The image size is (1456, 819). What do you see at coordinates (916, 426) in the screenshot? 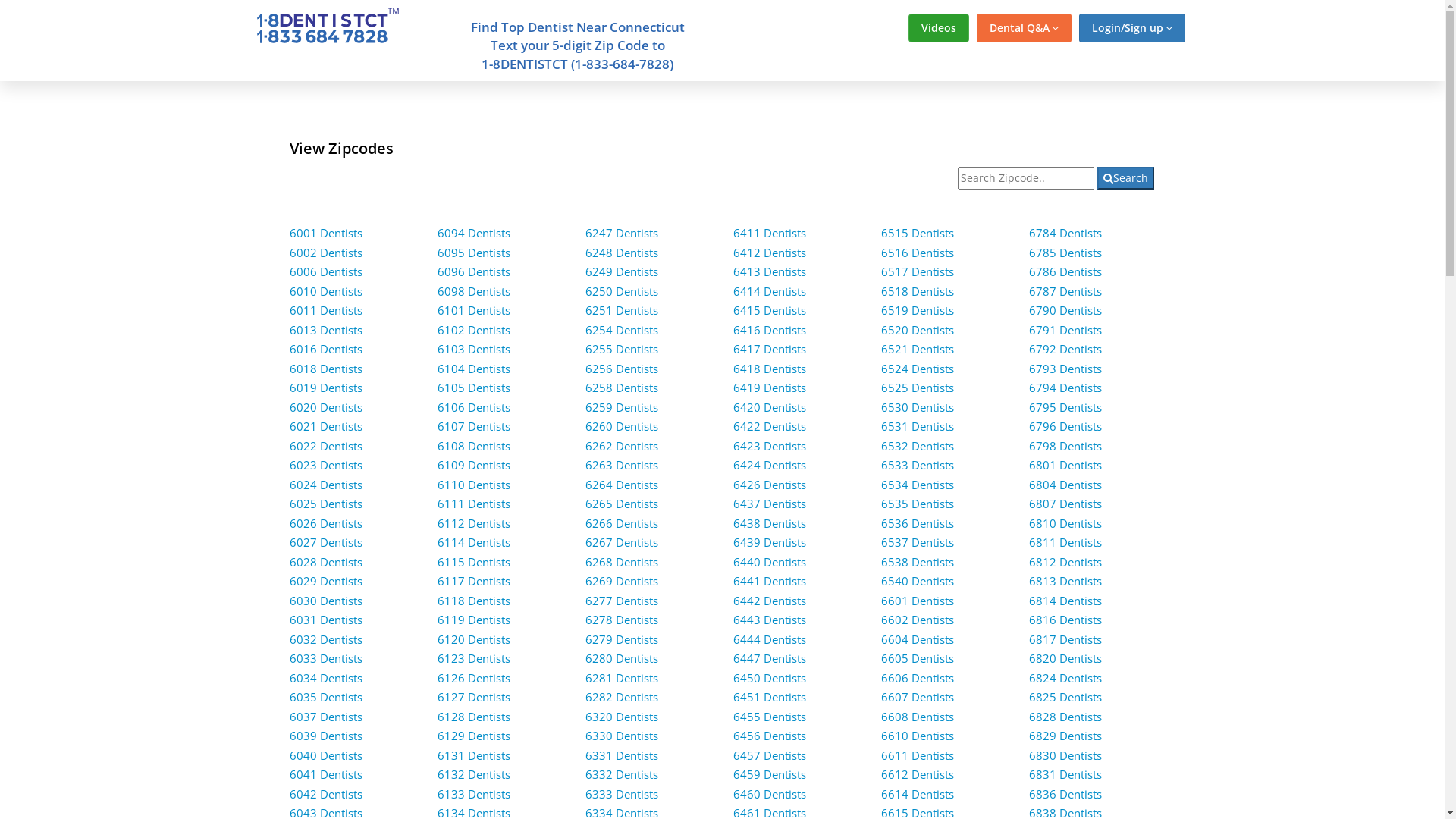
I see `'6531 Dentists'` at bounding box center [916, 426].